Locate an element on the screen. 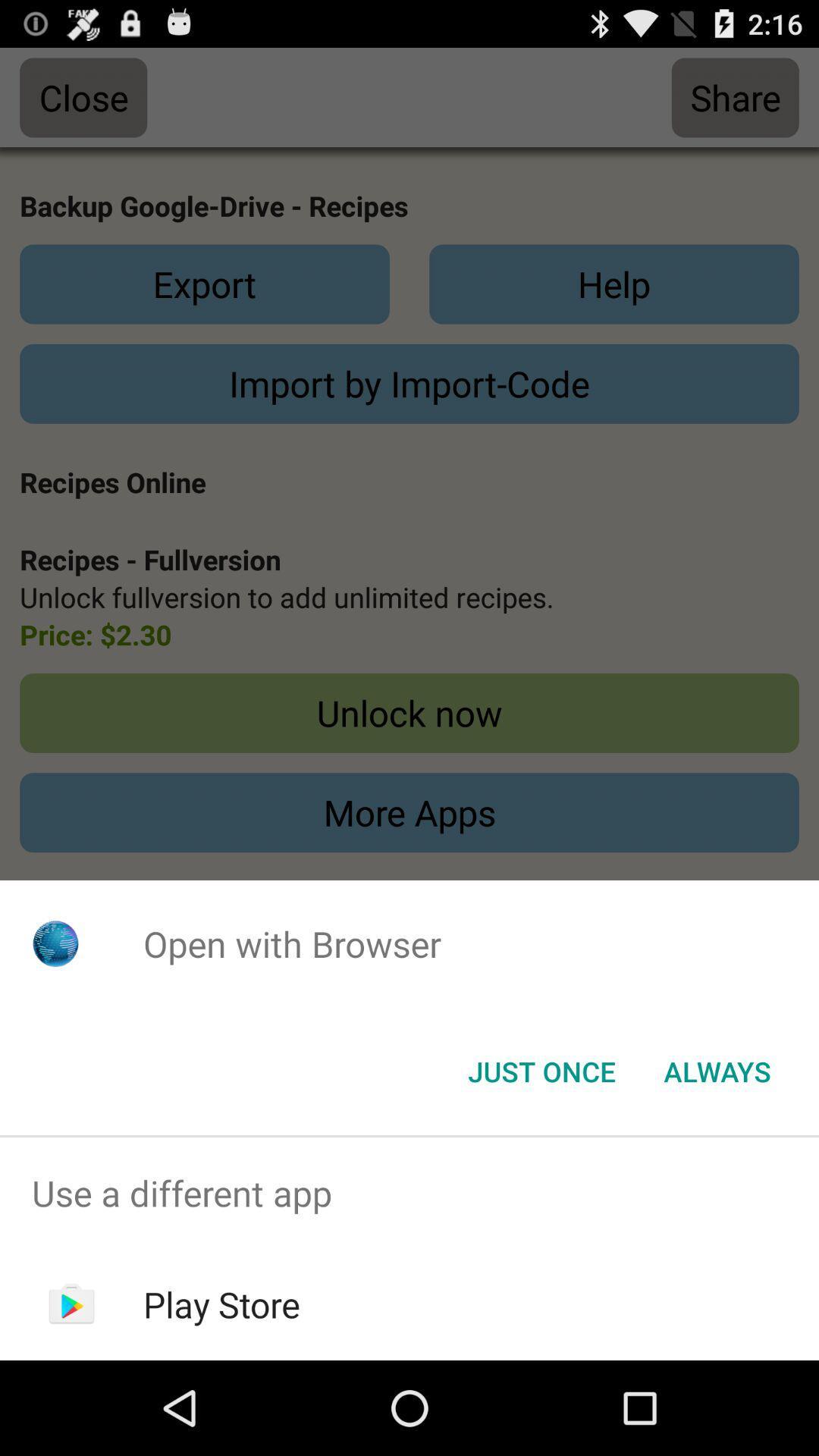  the play store item is located at coordinates (221, 1304).